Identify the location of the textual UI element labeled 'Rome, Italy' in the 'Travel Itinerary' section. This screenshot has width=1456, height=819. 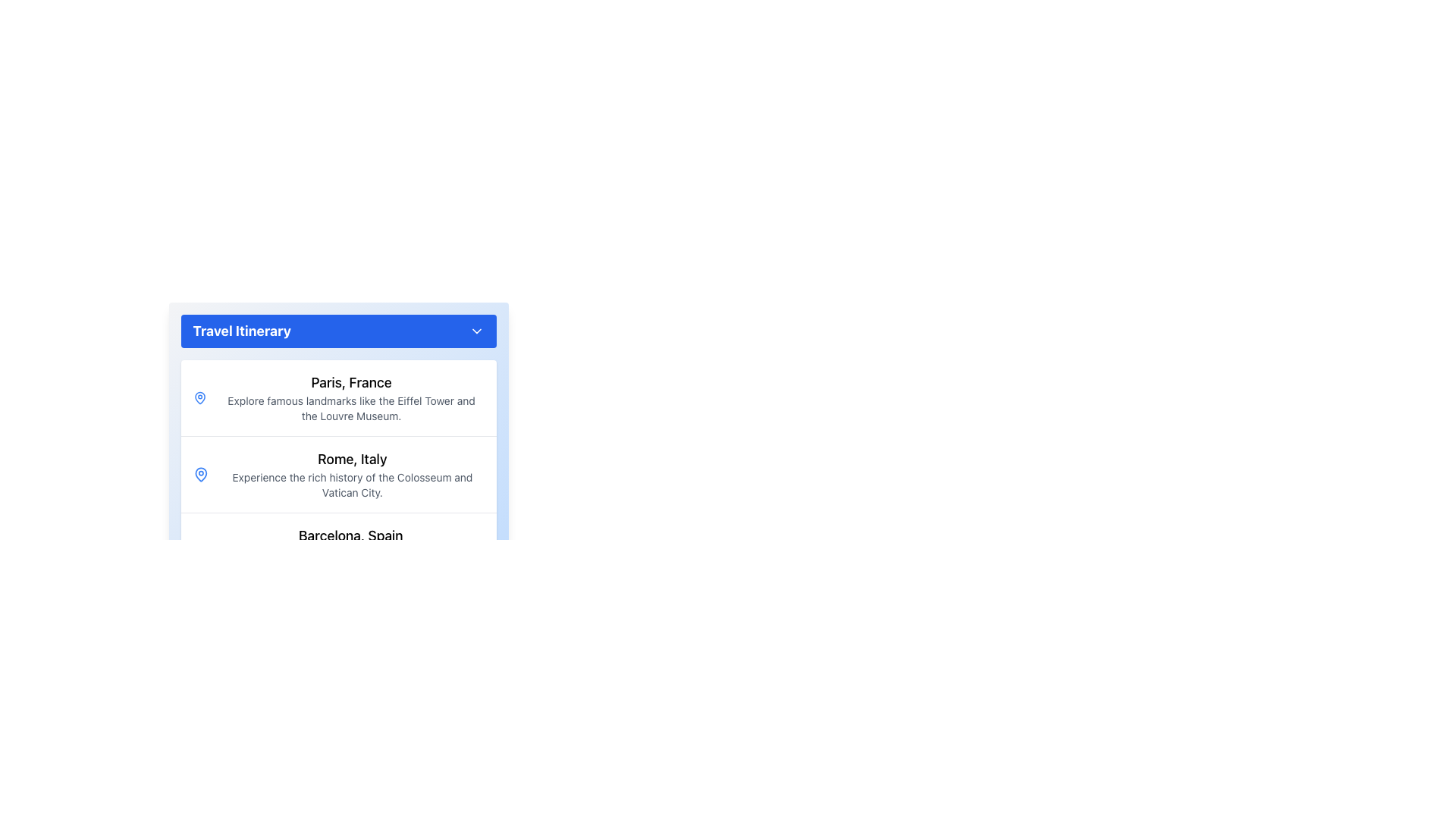
(351, 473).